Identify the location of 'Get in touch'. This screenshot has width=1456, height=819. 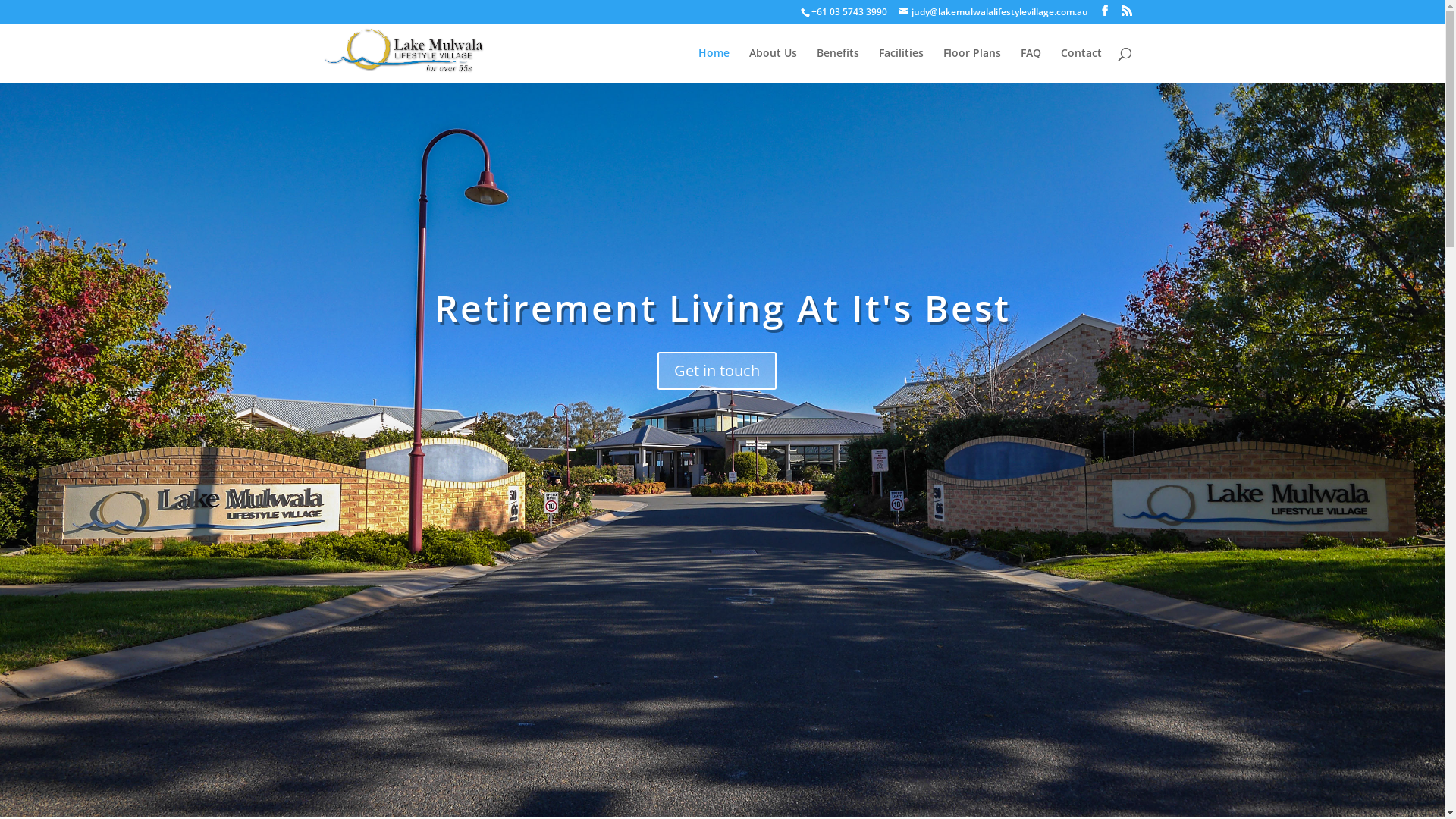
(715, 371).